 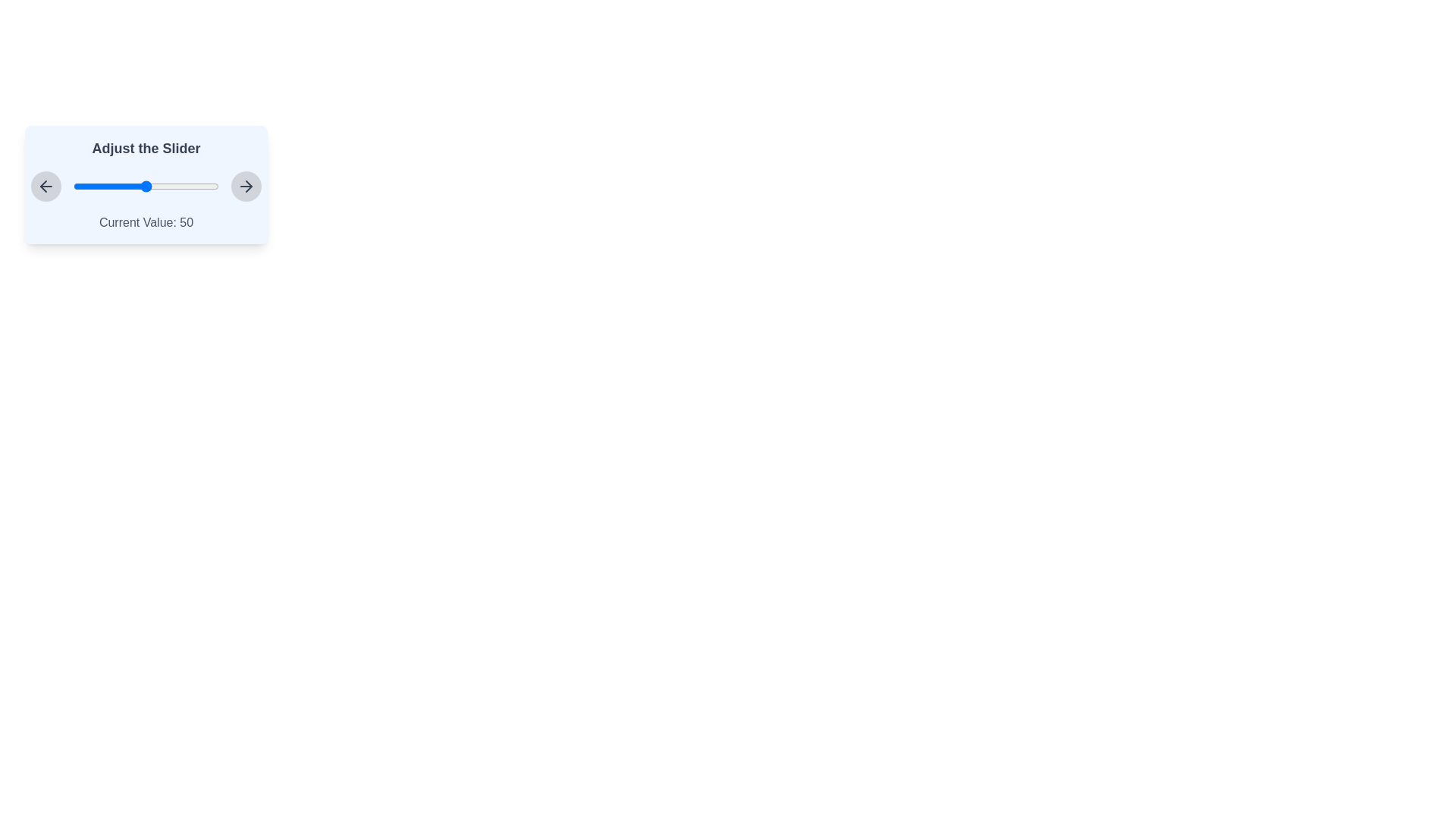 What do you see at coordinates (86, 186) in the screenshot?
I see `the slider` at bounding box center [86, 186].